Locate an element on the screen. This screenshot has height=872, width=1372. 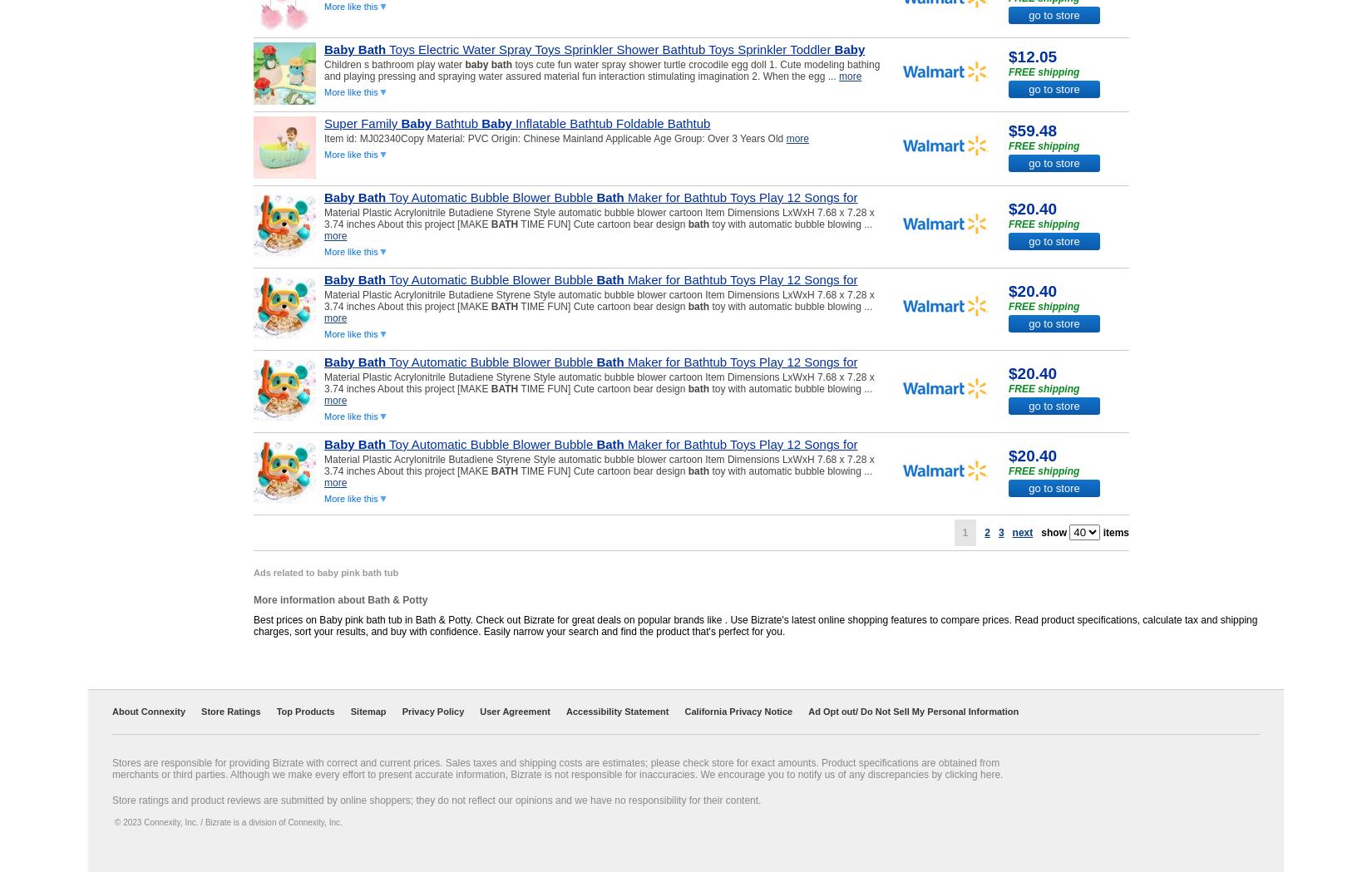
'California Privacy Notice' is located at coordinates (738, 711).